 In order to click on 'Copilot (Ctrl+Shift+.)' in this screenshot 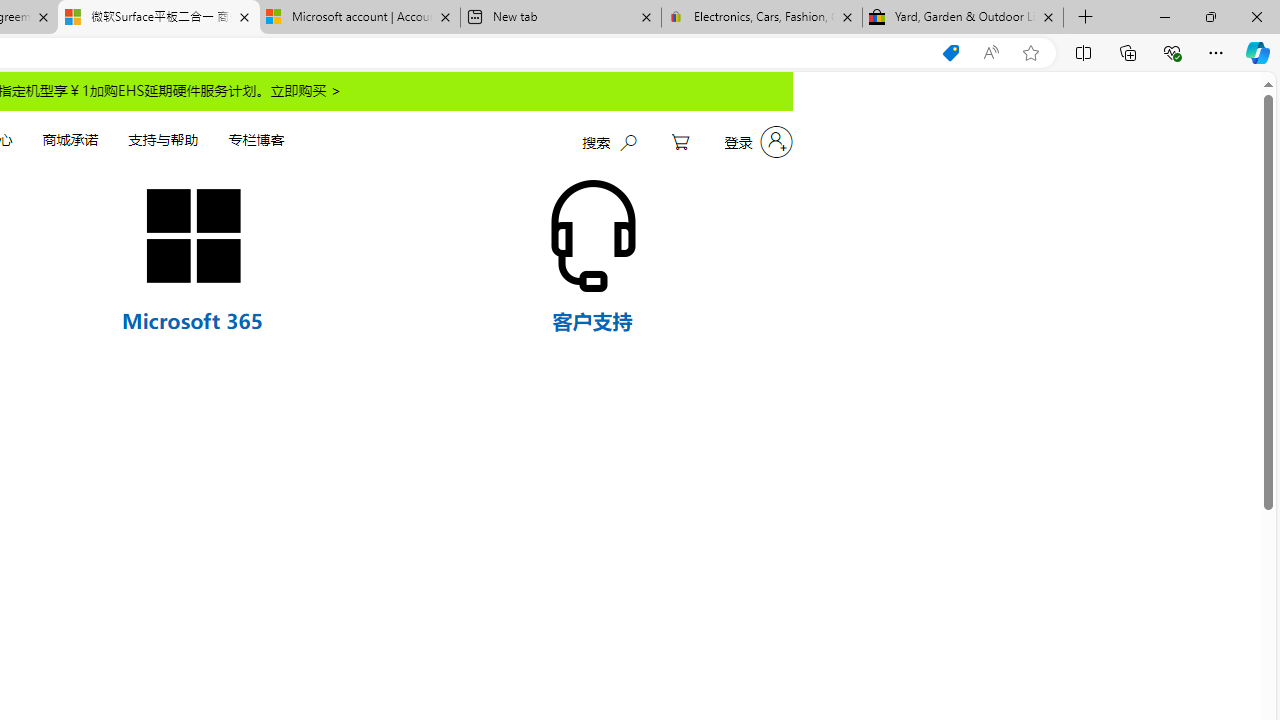, I will do `click(1257, 51)`.